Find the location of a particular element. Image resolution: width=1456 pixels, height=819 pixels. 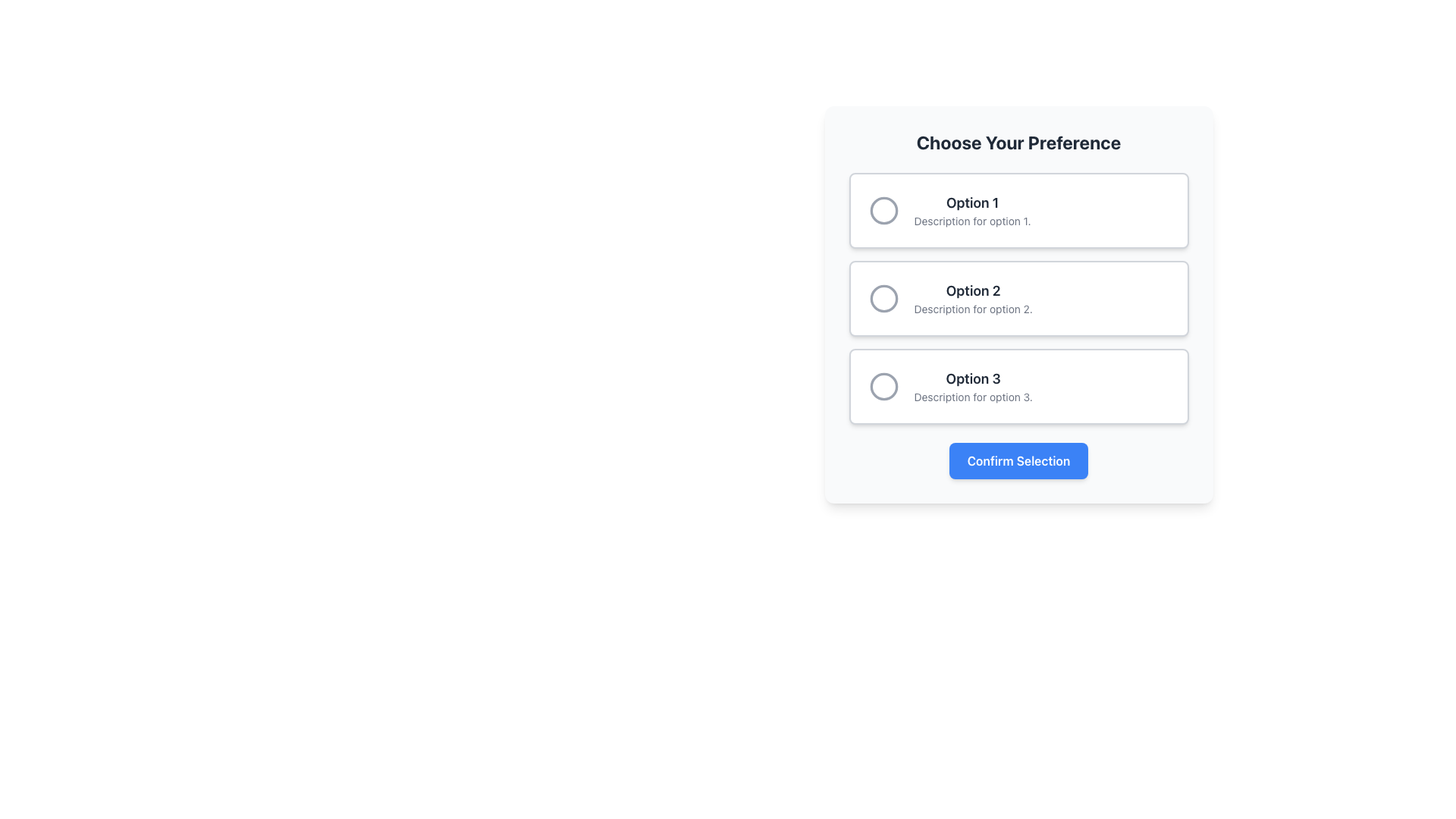

the small gray text that reads 'Description for option 1', which is located directly beneath the bold text 'Option 1' in the top-most box of the three options is located at coordinates (972, 221).